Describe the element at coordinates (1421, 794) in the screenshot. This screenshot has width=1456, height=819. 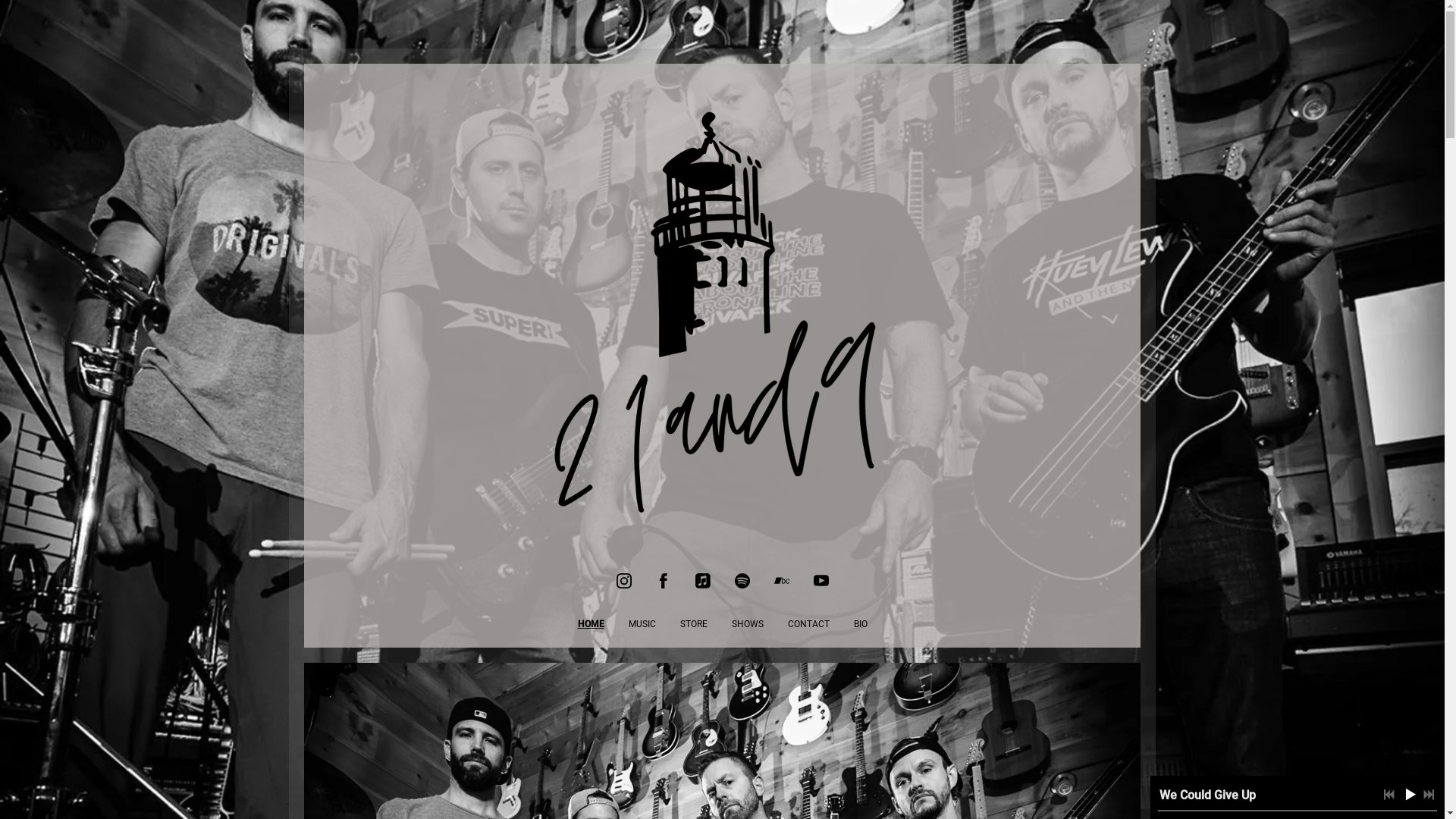
I see `'Next track'` at that location.